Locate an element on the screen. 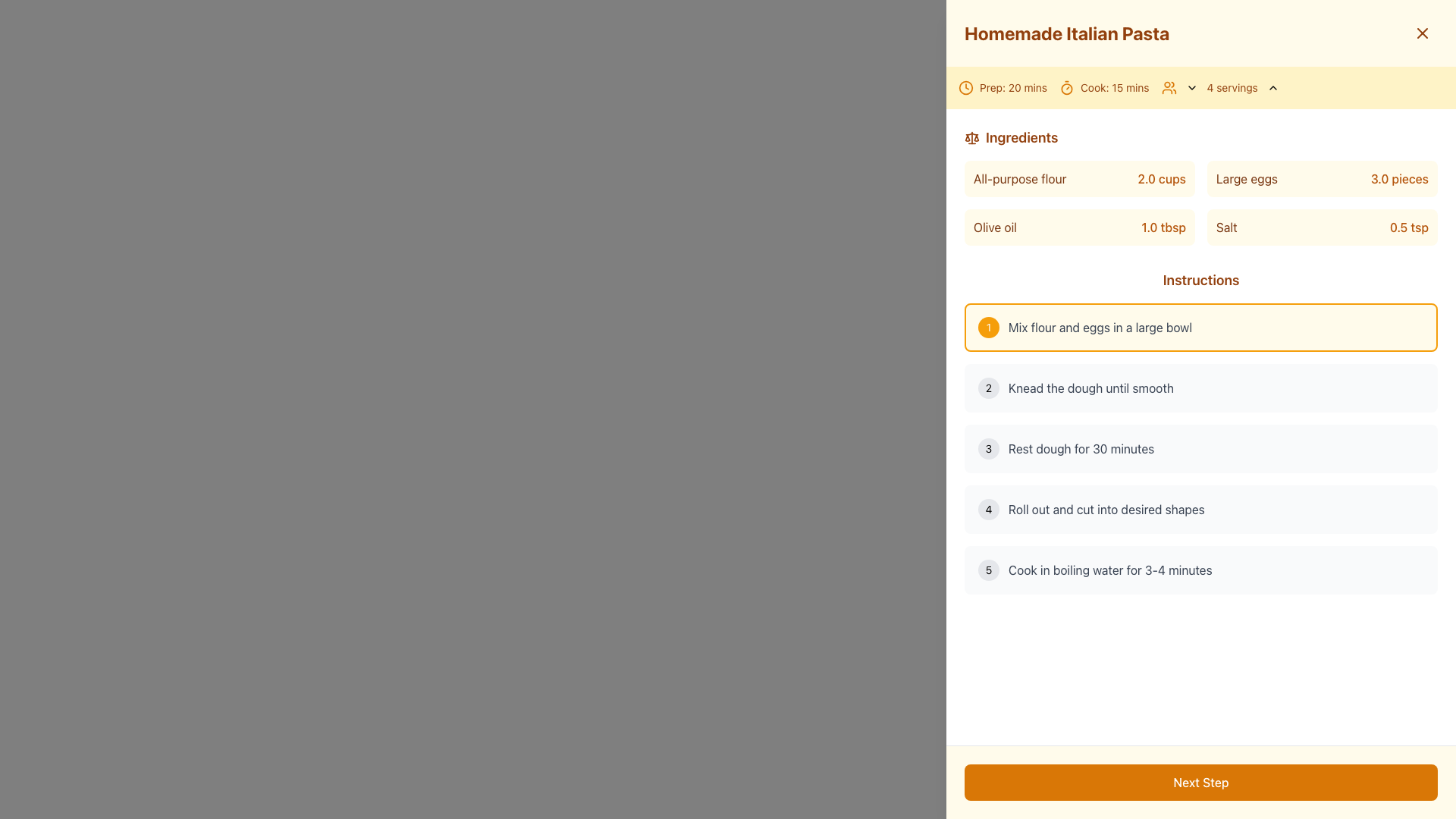 This screenshot has height=819, width=1456. the Text label that provides the fourth step in the cooking instructions, positioned to the right of the circular icon with the number '4' is located at coordinates (1106, 509).